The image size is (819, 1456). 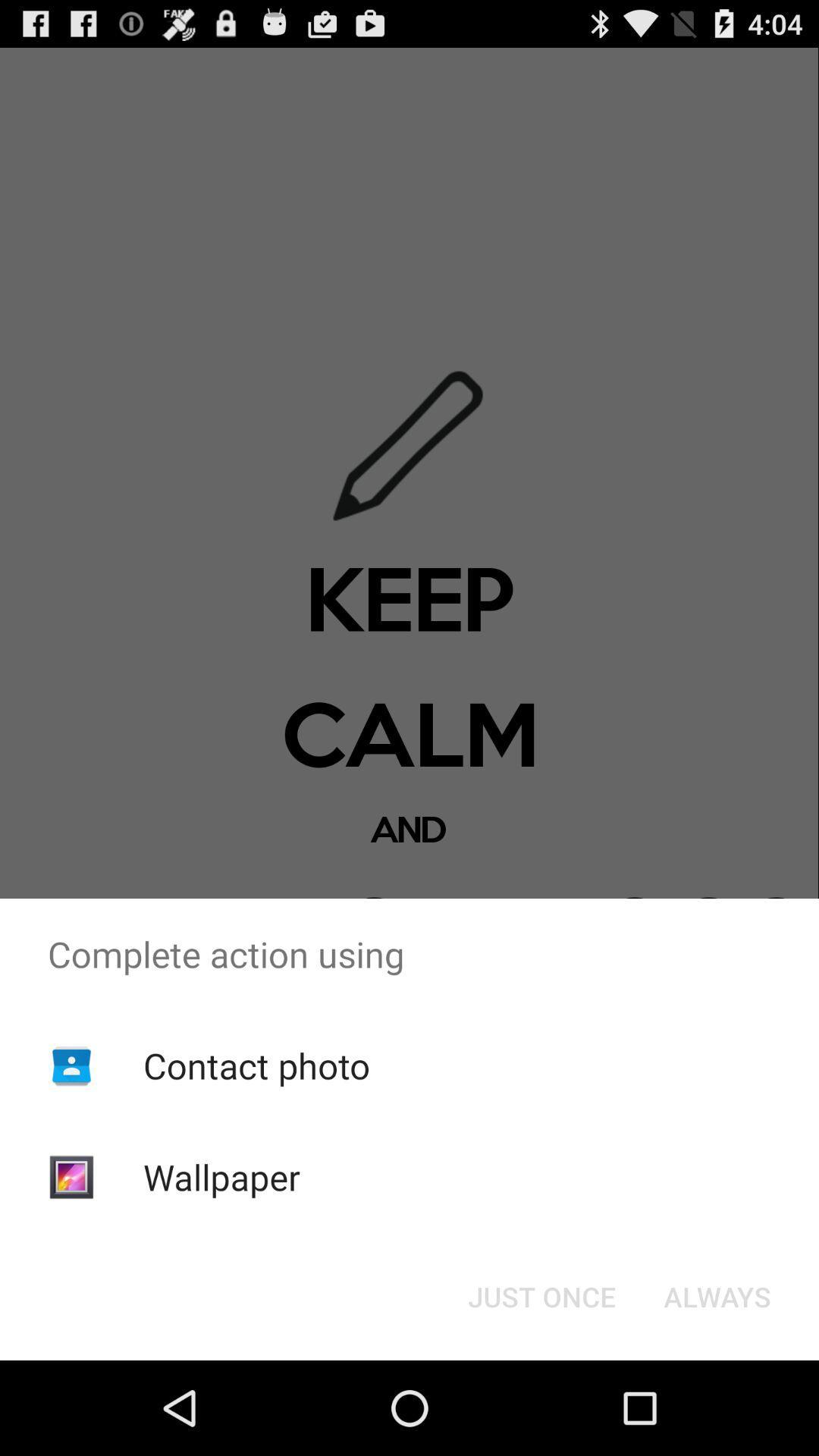 I want to click on the wallpaper item, so click(x=221, y=1176).